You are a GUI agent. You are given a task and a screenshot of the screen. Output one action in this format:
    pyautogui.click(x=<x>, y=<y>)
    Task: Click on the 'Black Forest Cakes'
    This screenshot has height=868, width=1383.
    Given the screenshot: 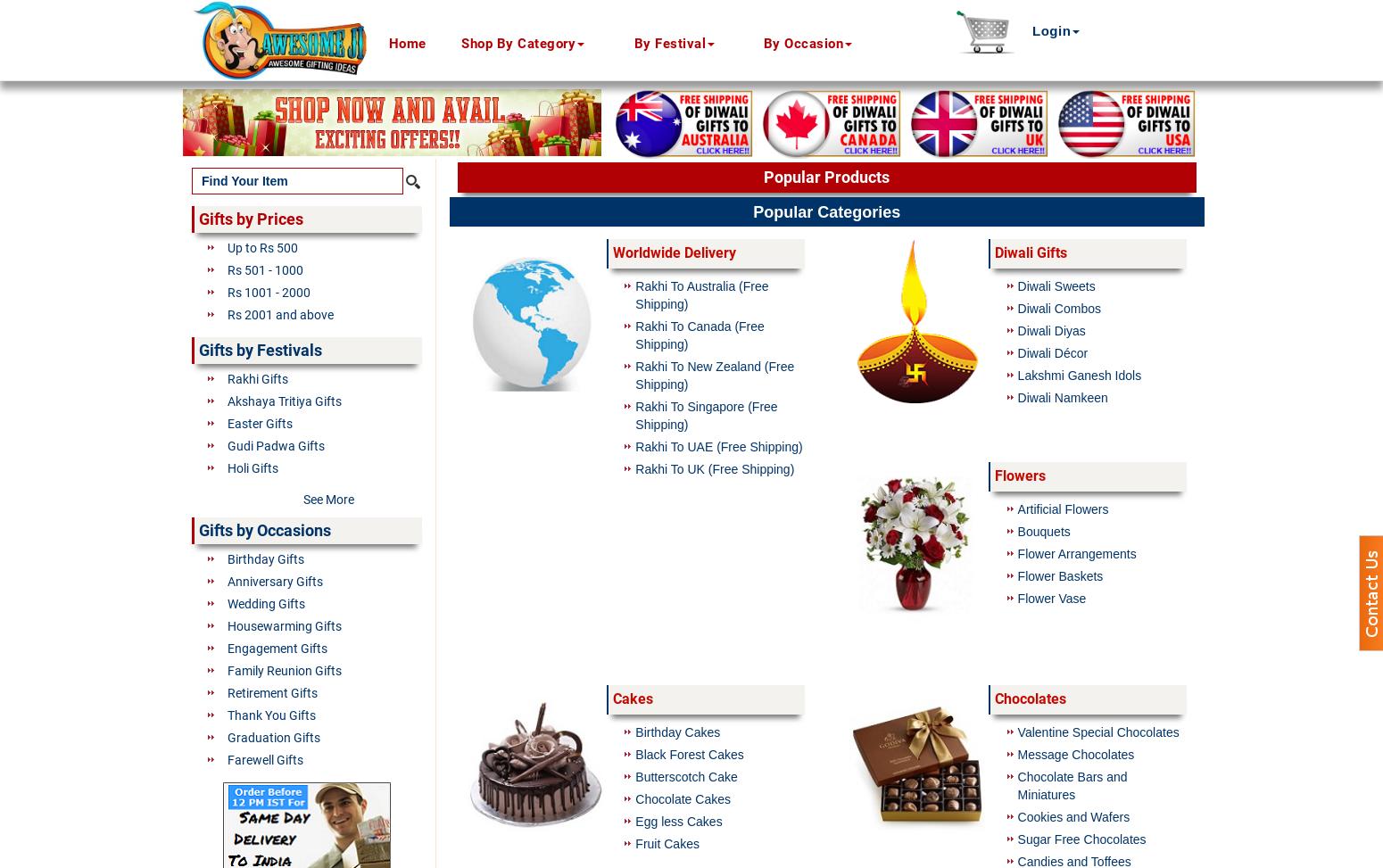 What is the action you would take?
    pyautogui.click(x=689, y=755)
    